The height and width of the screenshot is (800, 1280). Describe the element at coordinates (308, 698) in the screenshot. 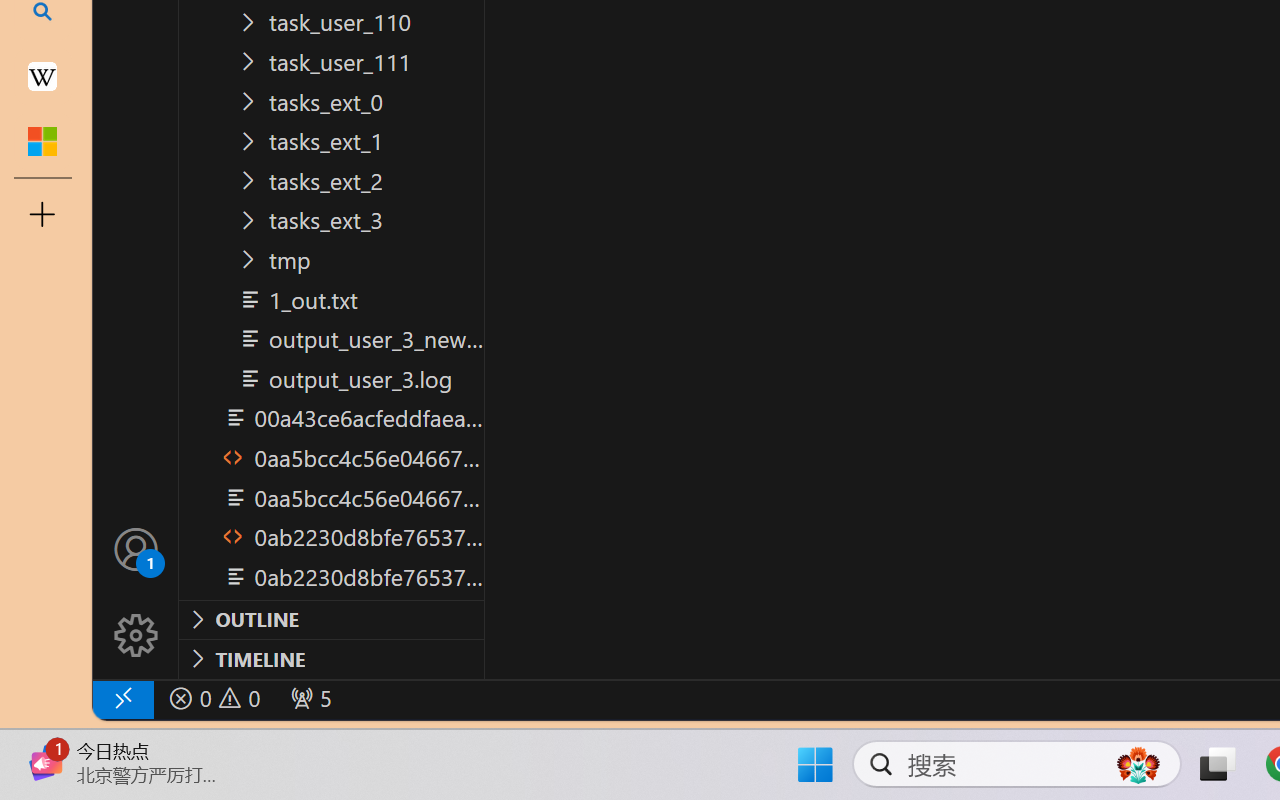

I see `'Forwarded Ports: 36301, 47065, 38781, 45817, 50331'` at that location.